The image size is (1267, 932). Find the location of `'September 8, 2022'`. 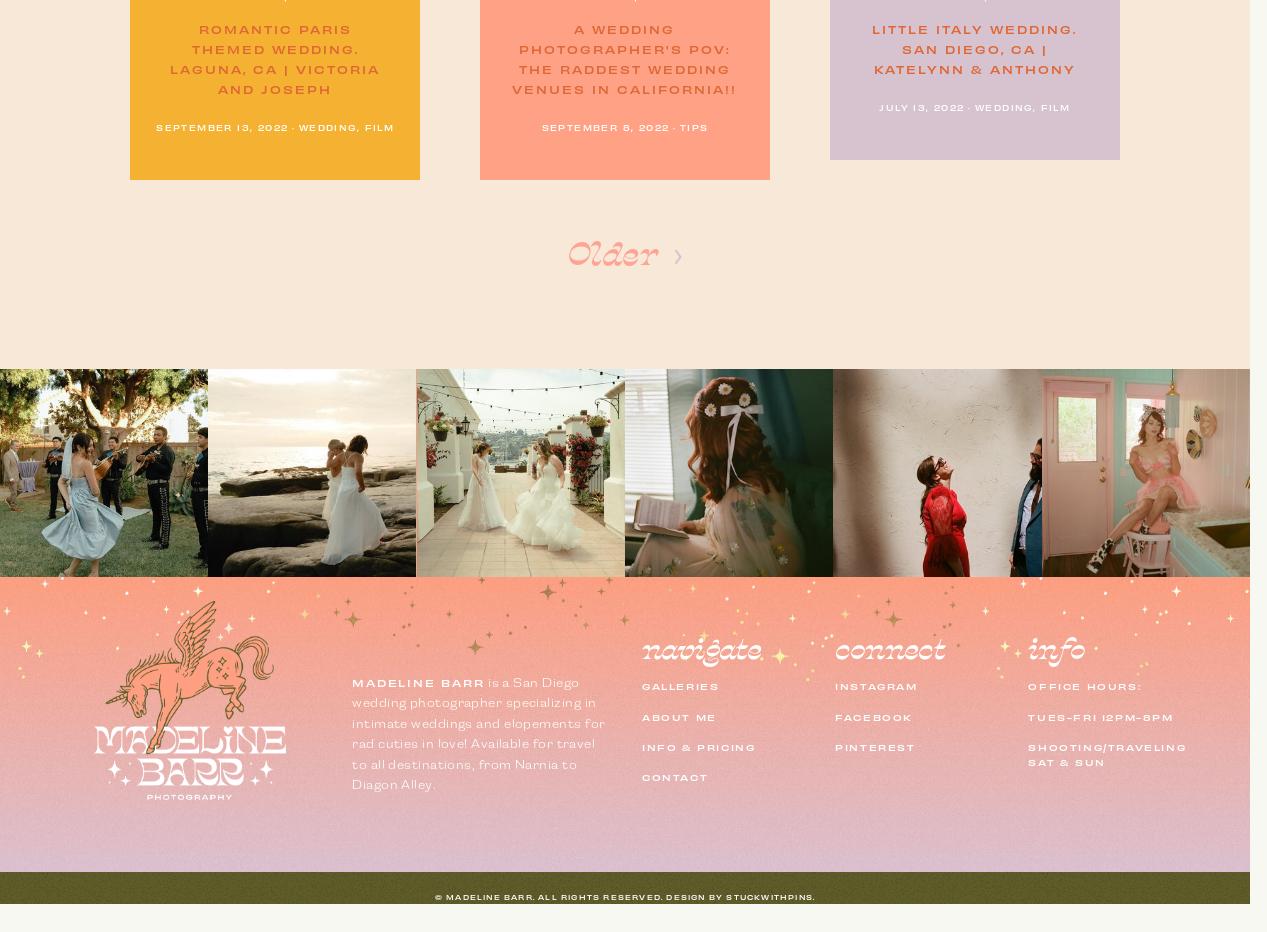

'September 8, 2022' is located at coordinates (603, 125).